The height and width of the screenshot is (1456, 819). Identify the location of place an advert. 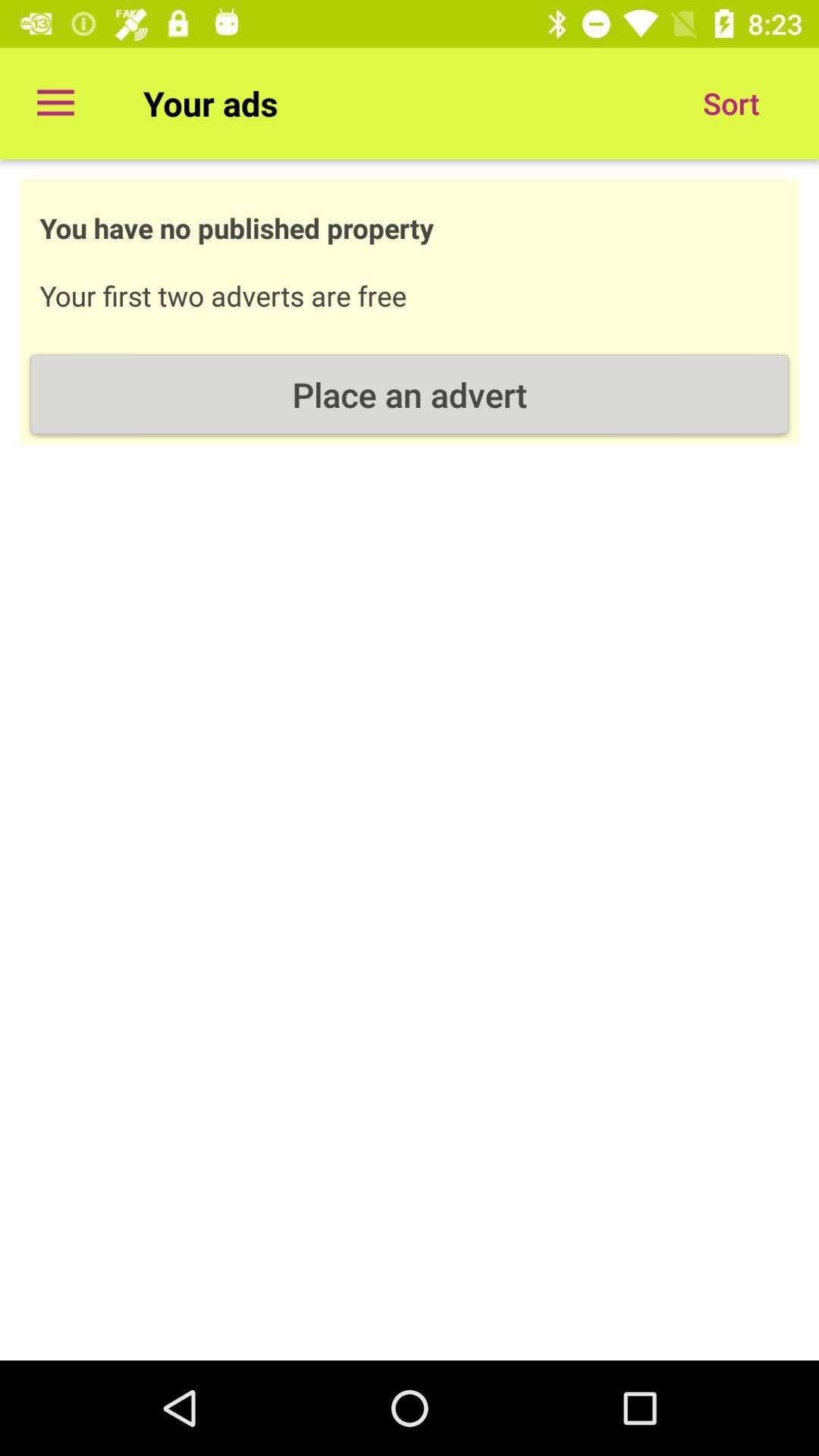
(409, 394).